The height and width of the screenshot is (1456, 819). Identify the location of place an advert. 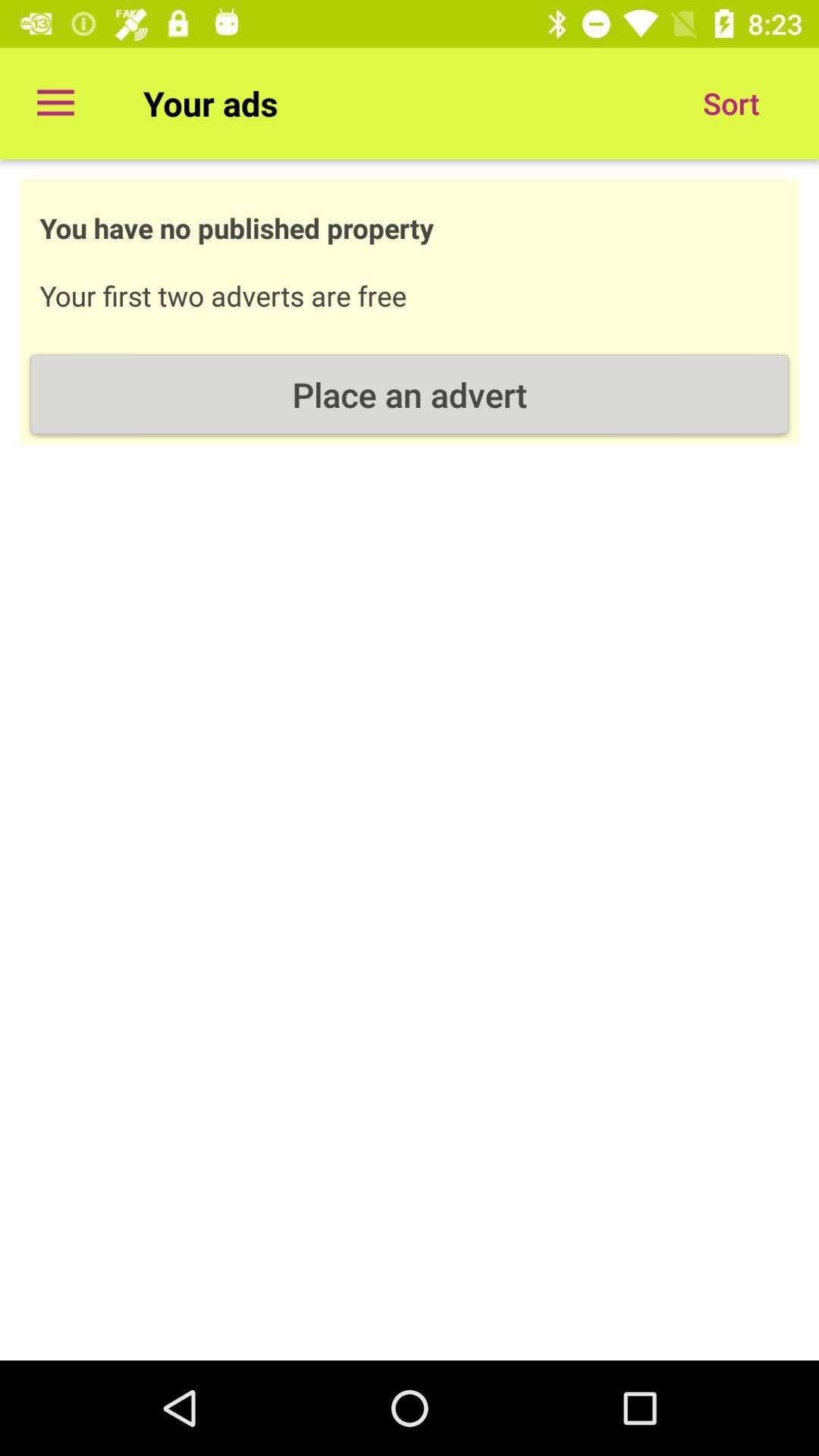
(409, 394).